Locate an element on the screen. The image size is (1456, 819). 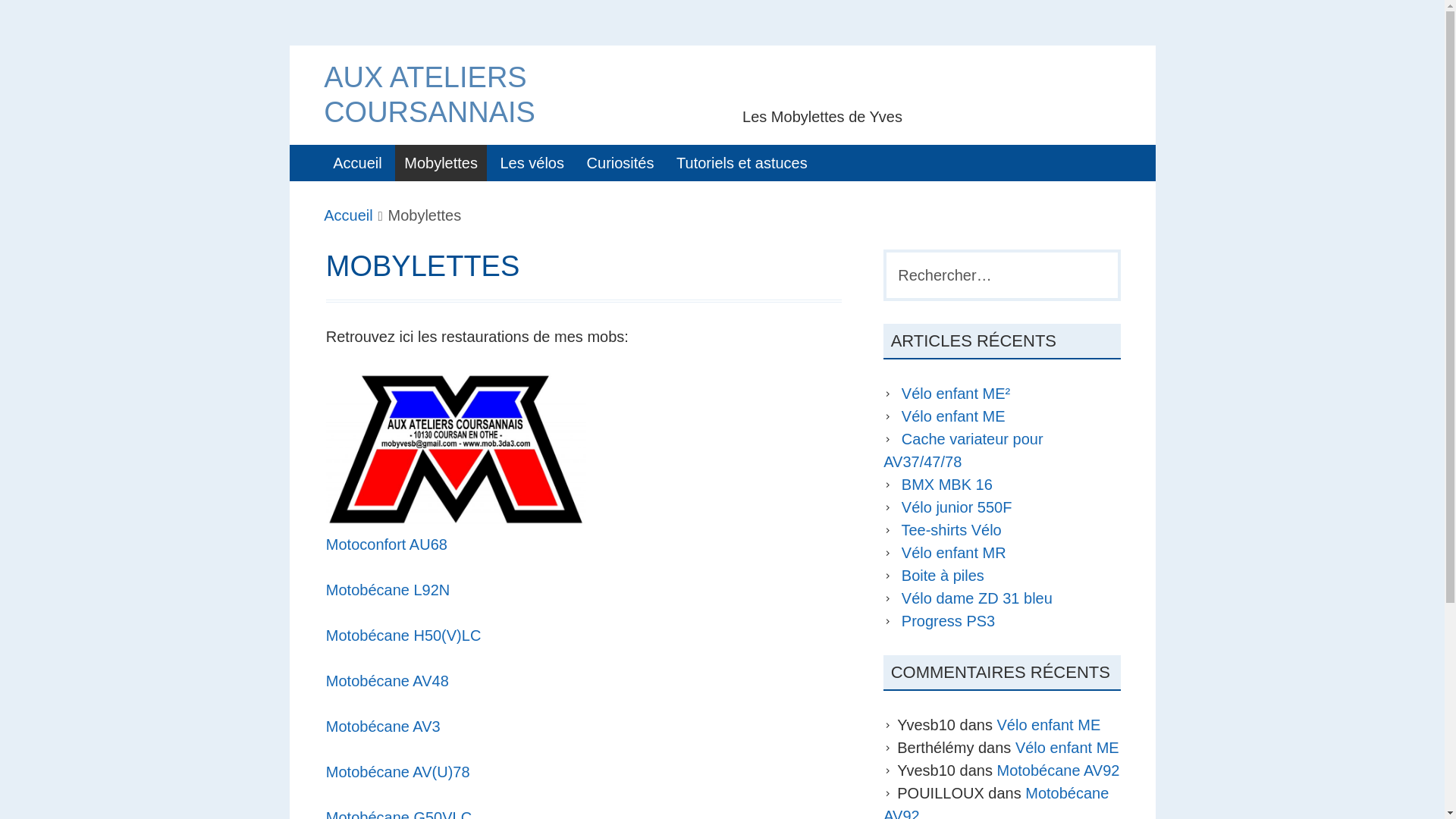
'BMX MBK 16' is located at coordinates (946, 485).